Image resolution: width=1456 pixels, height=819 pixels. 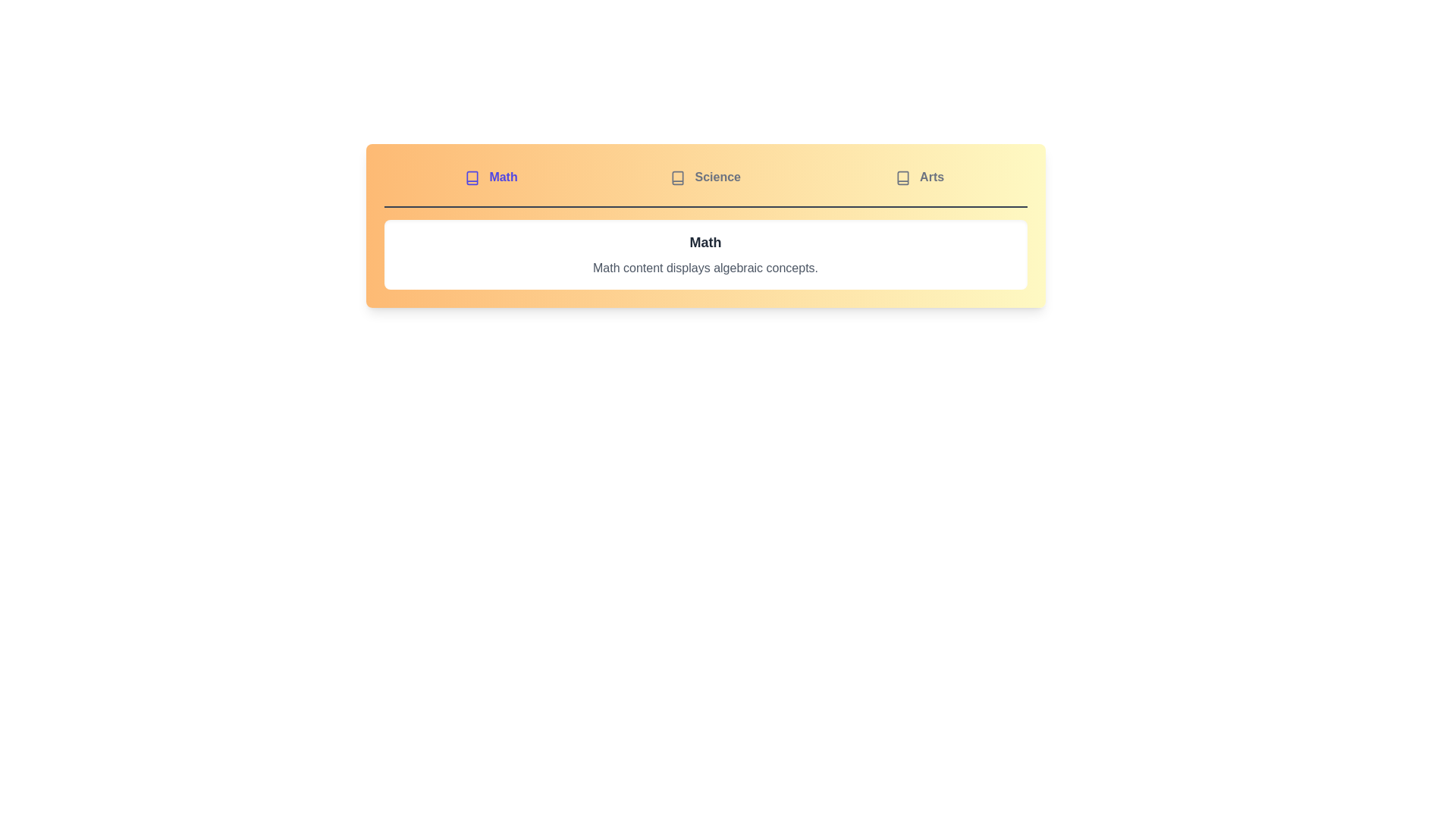 I want to click on the Arts tab to switch to its content, so click(x=919, y=177).